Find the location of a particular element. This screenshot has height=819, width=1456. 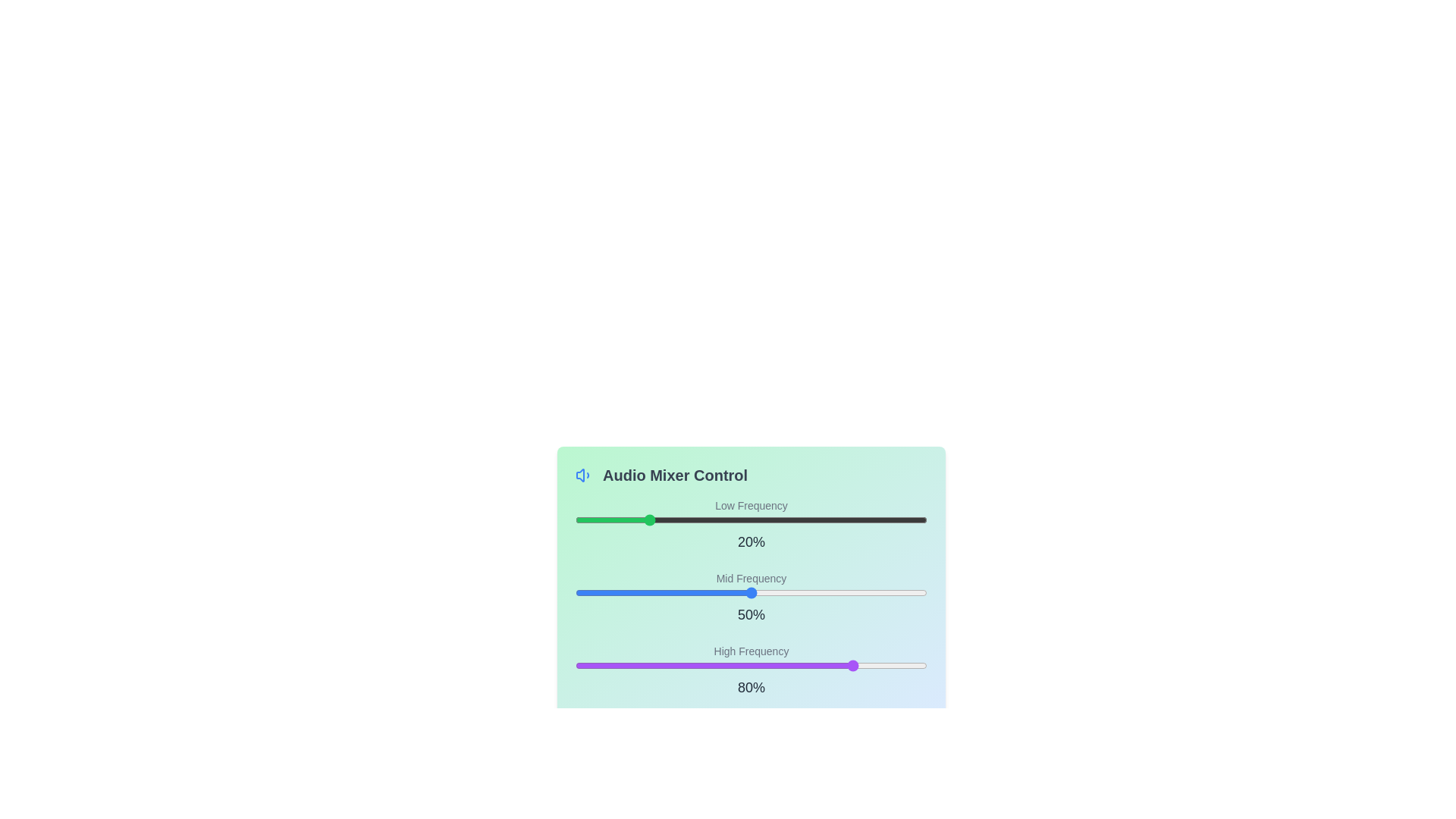

the 'High Frequency' slider is located at coordinates (645, 665).